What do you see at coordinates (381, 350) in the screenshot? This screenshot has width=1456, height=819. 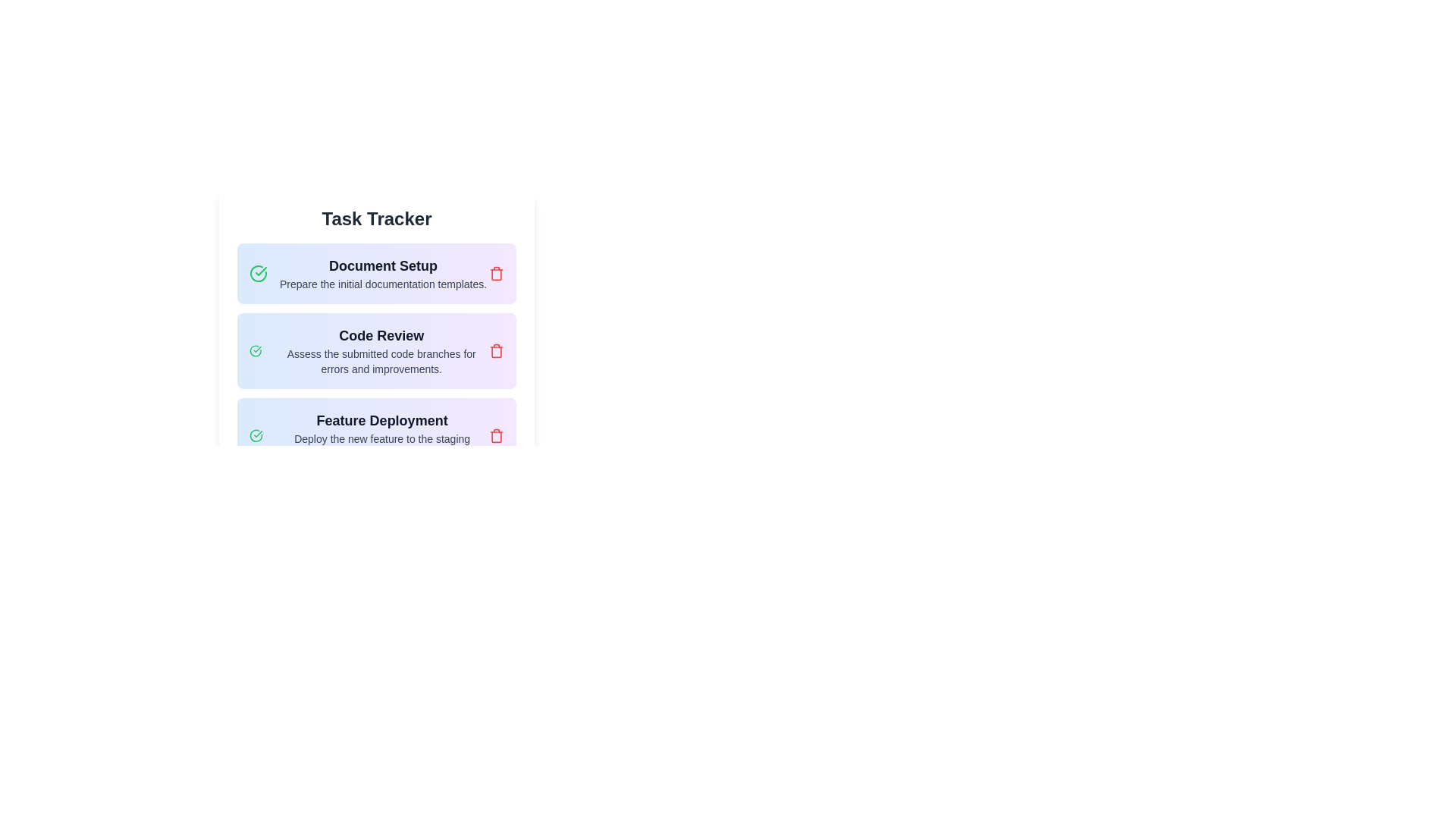 I see `the title and description block for code reviews, located between 'Document Setup' and 'Feature Deployment' in the task tracking application` at bounding box center [381, 350].